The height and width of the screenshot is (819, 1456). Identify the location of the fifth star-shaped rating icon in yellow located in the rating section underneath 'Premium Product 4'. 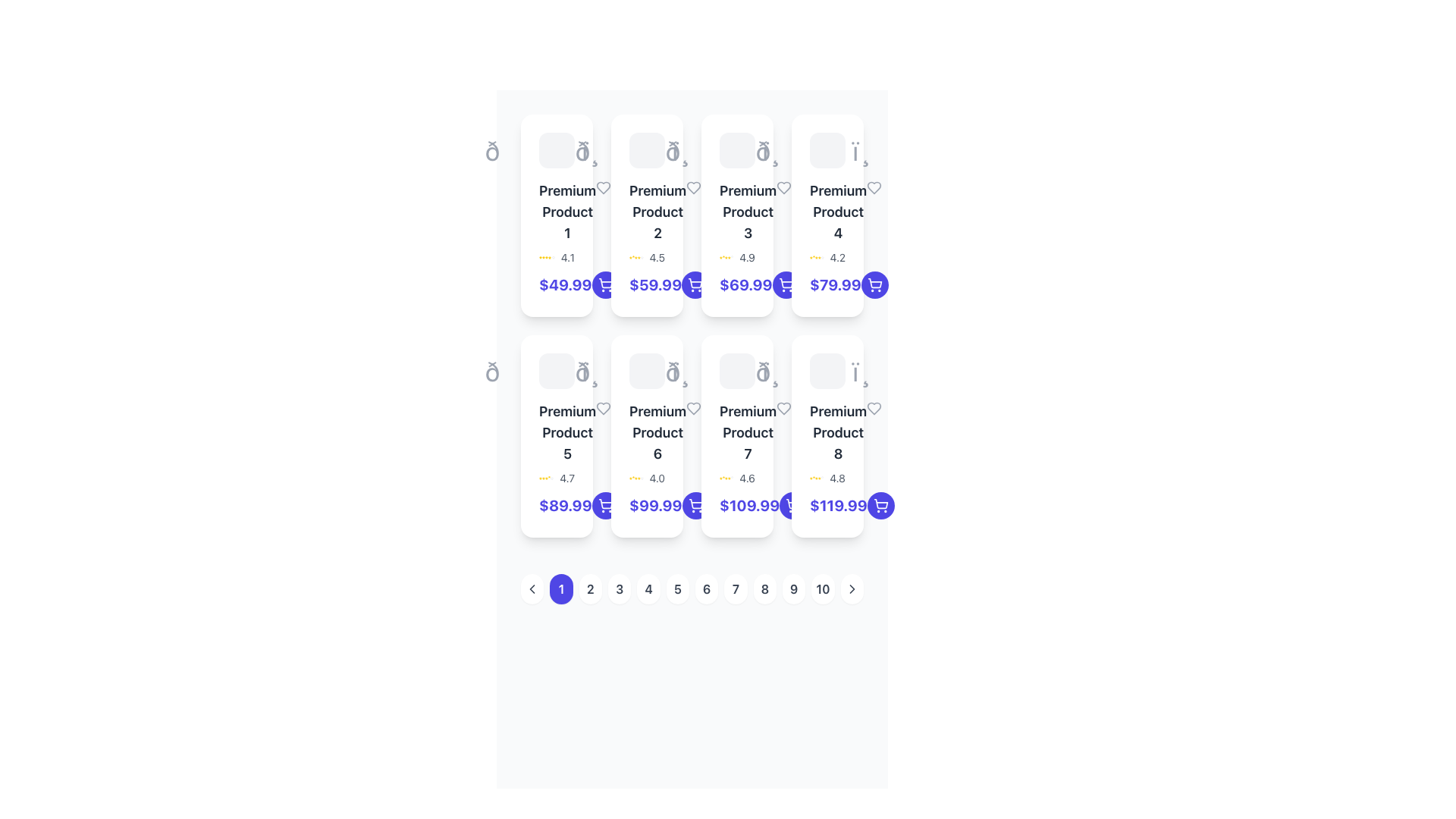
(818, 256).